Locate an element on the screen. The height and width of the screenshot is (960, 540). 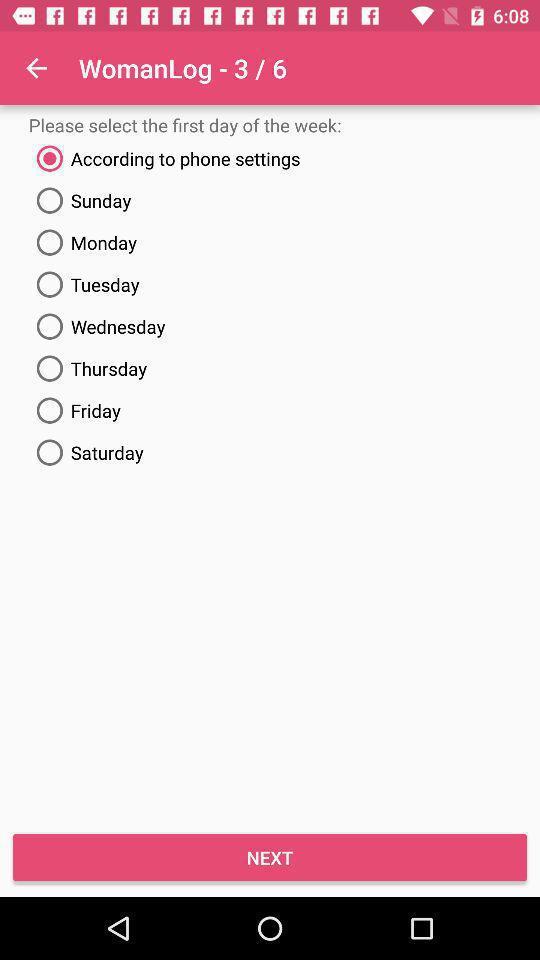
the wednesday icon is located at coordinates (270, 326).